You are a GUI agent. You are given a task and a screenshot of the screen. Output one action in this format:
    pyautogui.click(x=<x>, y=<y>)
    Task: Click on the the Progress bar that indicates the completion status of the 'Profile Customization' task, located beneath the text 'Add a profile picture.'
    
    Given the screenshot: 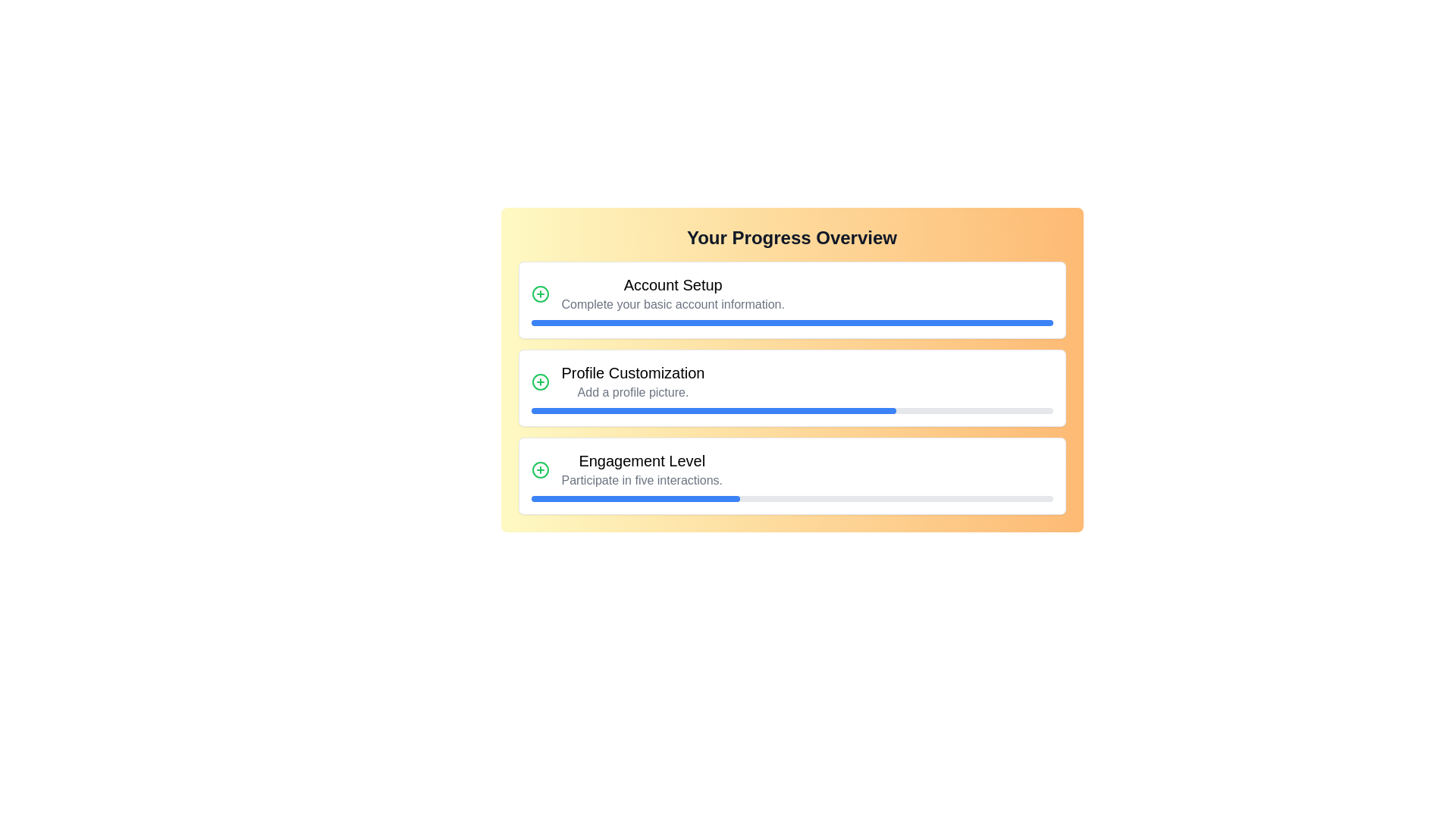 What is the action you would take?
    pyautogui.click(x=791, y=411)
    